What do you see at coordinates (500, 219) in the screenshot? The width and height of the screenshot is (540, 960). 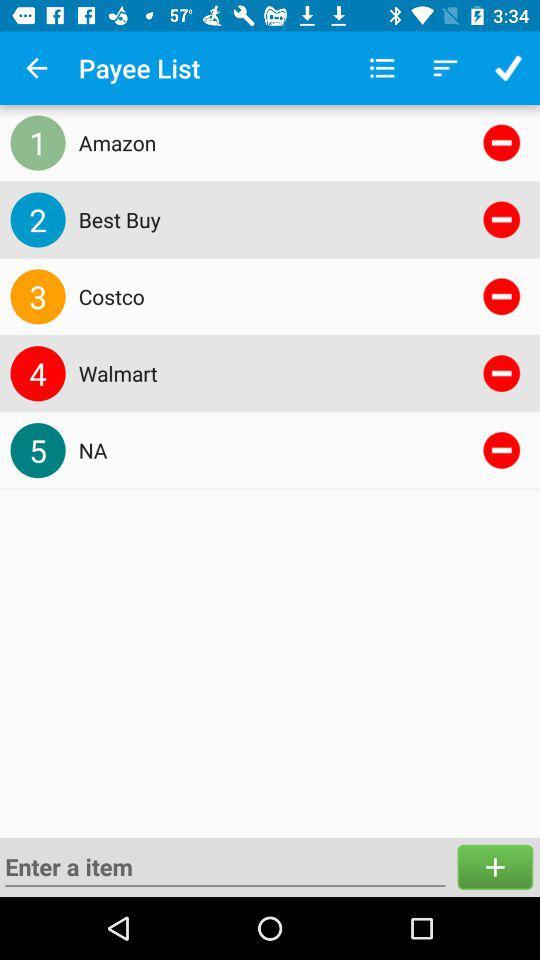 I see `delete item` at bounding box center [500, 219].